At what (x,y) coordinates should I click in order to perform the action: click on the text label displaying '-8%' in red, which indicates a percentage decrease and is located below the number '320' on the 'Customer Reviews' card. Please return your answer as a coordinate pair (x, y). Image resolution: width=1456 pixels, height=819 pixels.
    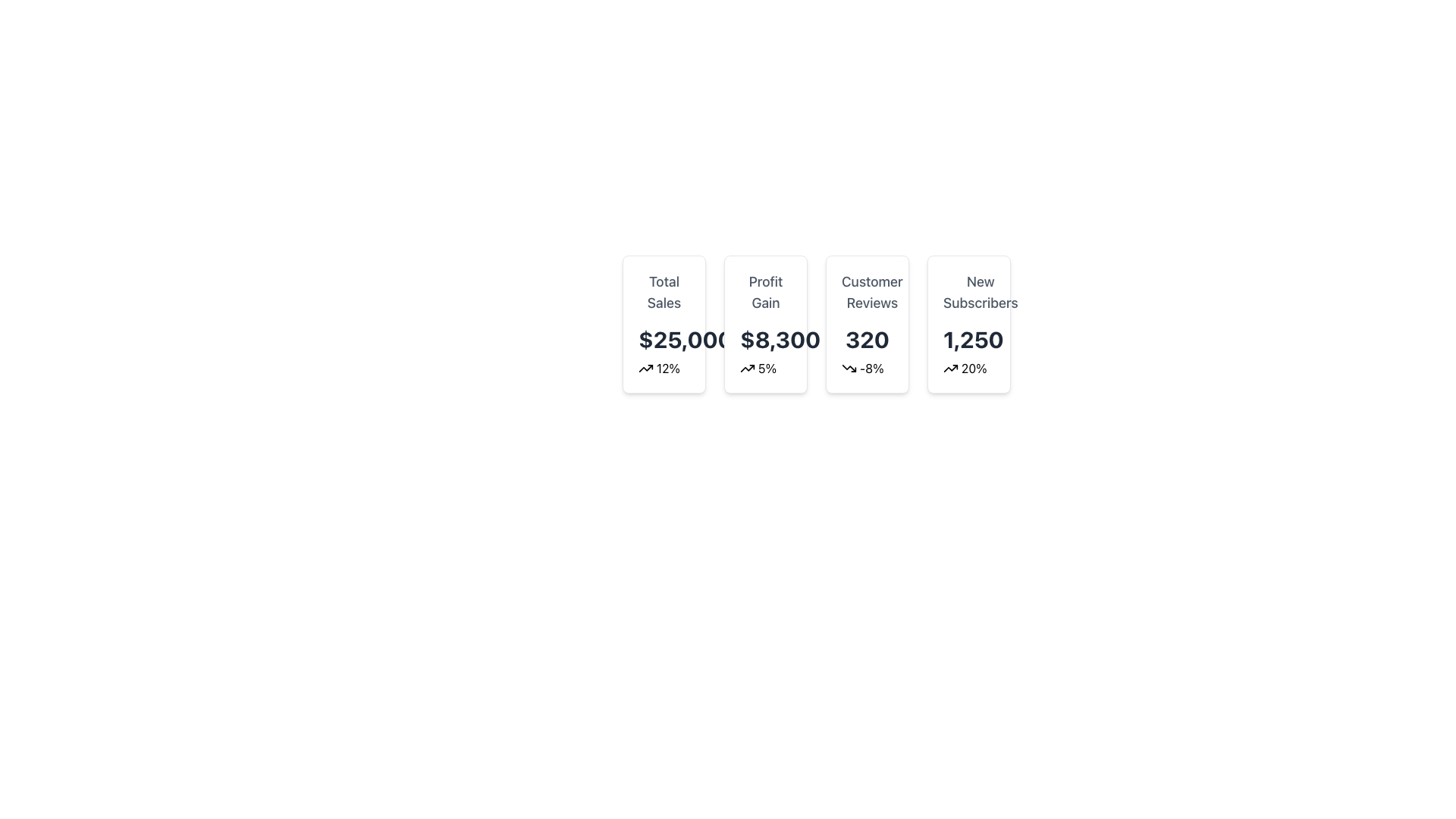
    Looking at the image, I should click on (871, 369).